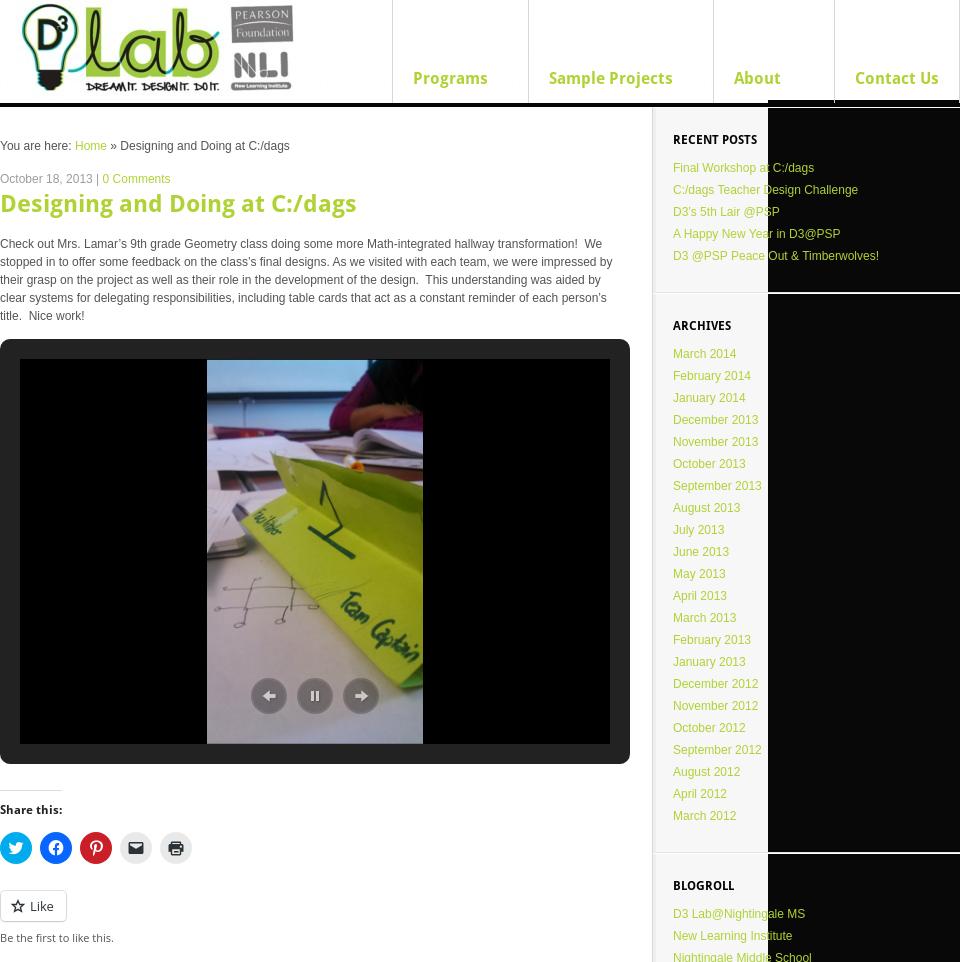 The height and width of the screenshot is (962, 960). I want to click on 'Archives', so click(701, 325).